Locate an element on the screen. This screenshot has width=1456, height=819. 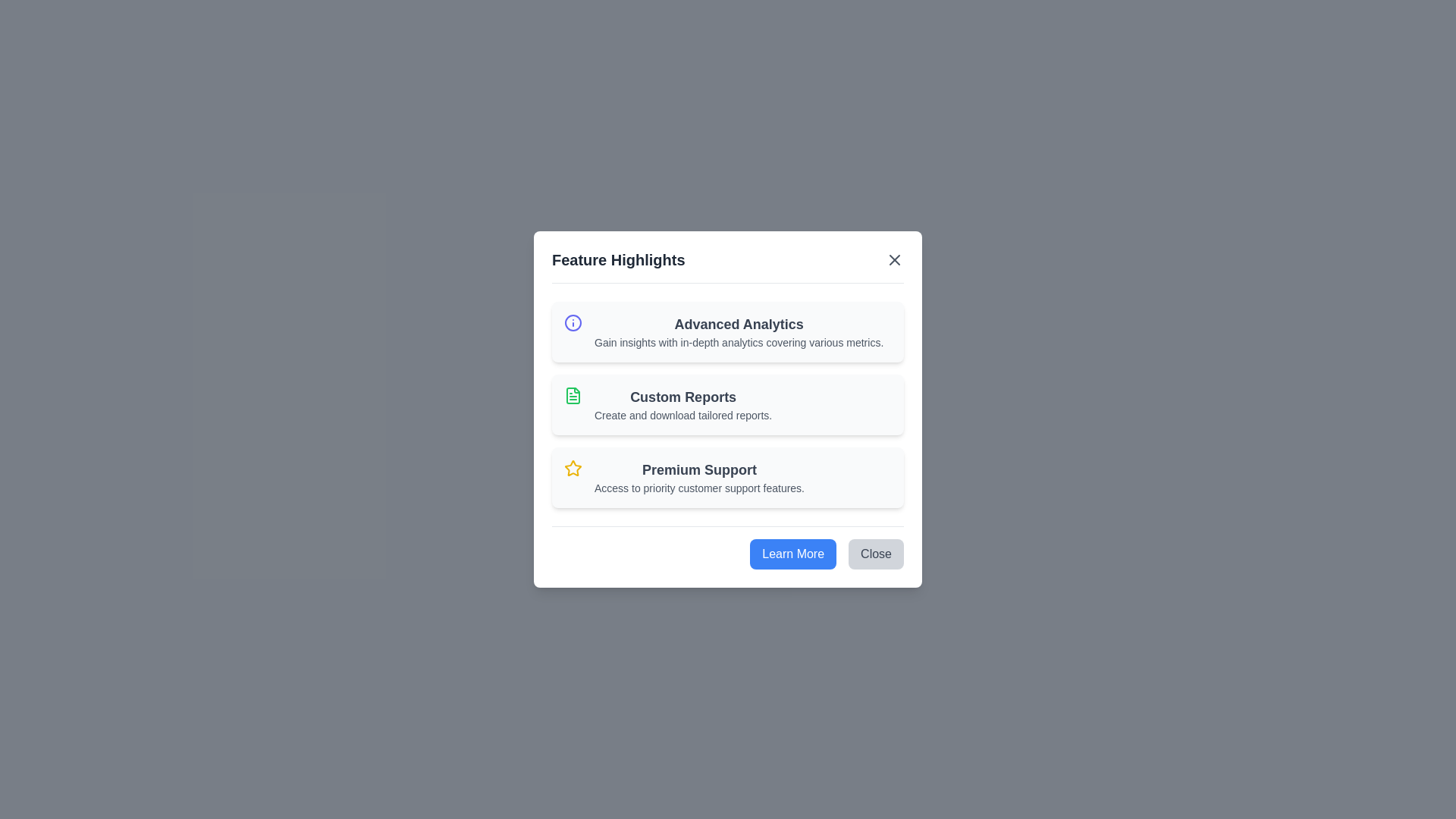
the document icon representing 'Custom Reports' in the Feature Highlights section, which is located in the second row to the left of the title 'Custom Reports' is located at coordinates (572, 394).